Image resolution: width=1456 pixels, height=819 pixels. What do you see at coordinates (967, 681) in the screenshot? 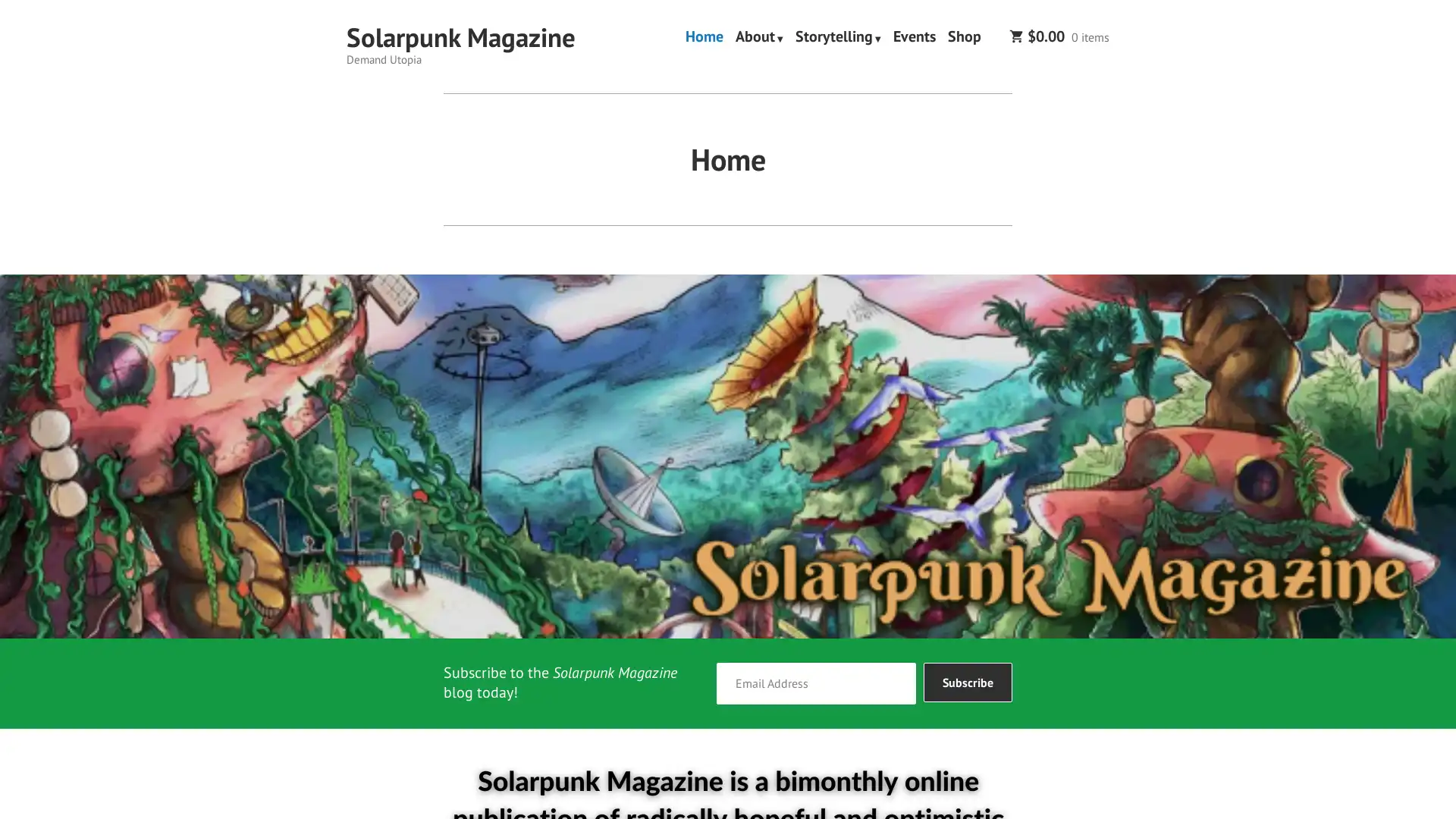
I see `Subscribe` at bounding box center [967, 681].